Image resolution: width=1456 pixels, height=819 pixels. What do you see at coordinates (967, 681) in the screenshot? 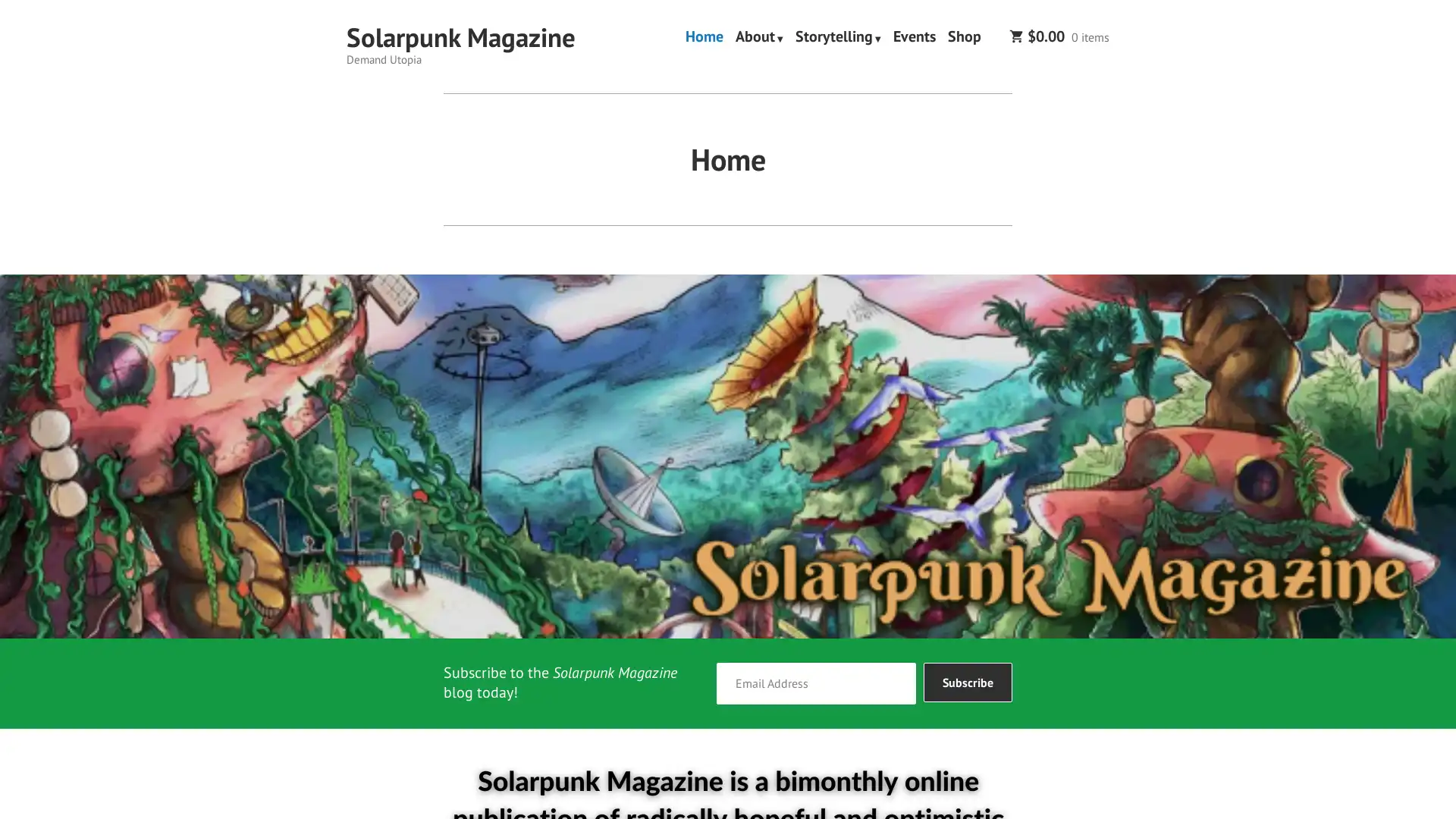
I see `Subscribe` at bounding box center [967, 681].